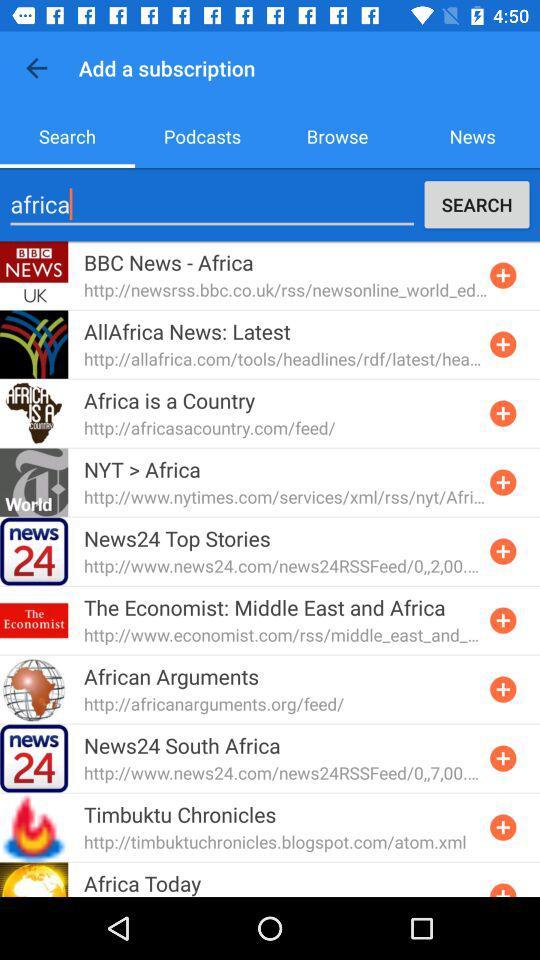 Image resolution: width=540 pixels, height=960 pixels. What do you see at coordinates (36, 68) in the screenshot?
I see `icon next to the add a subscription` at bounding box center [36, 68].